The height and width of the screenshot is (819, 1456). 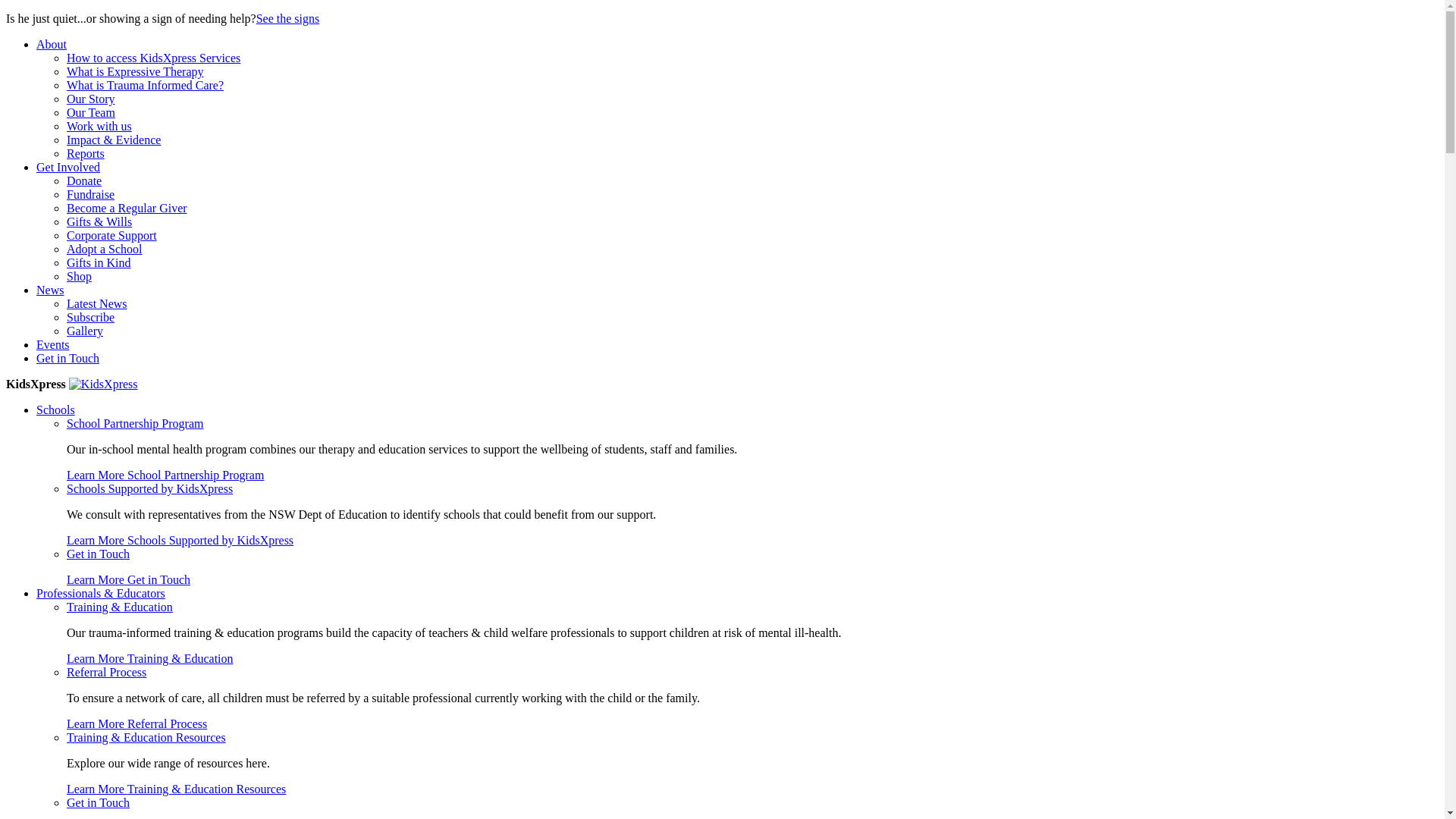 What do you see at coordinates (65, 71) in the screenshot?
I see `'What is Expressive Therapy'` at bounding box center [65, 71].